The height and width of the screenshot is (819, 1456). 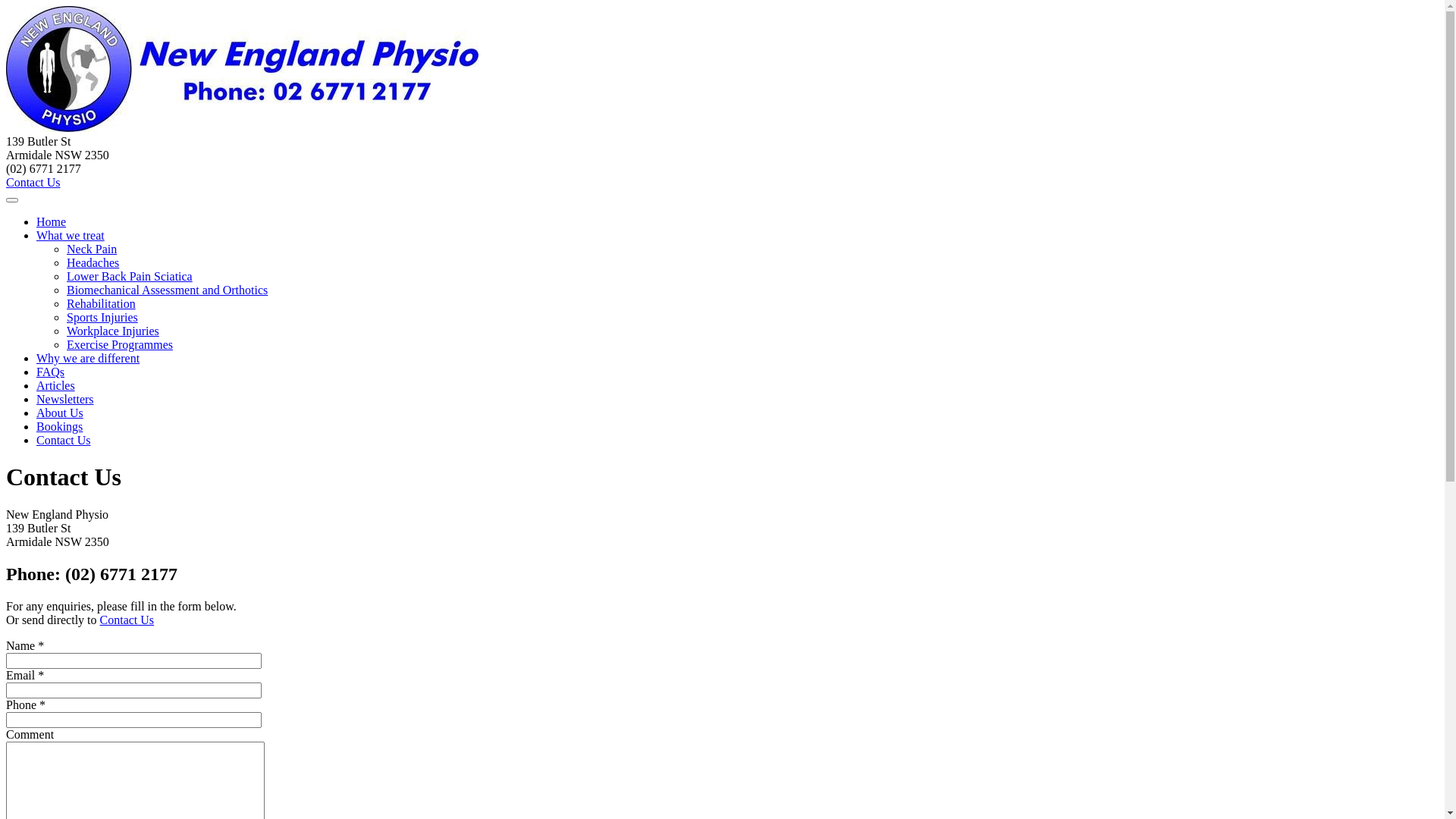 I want to click on 'What we treat', so click(x=69, y=235).